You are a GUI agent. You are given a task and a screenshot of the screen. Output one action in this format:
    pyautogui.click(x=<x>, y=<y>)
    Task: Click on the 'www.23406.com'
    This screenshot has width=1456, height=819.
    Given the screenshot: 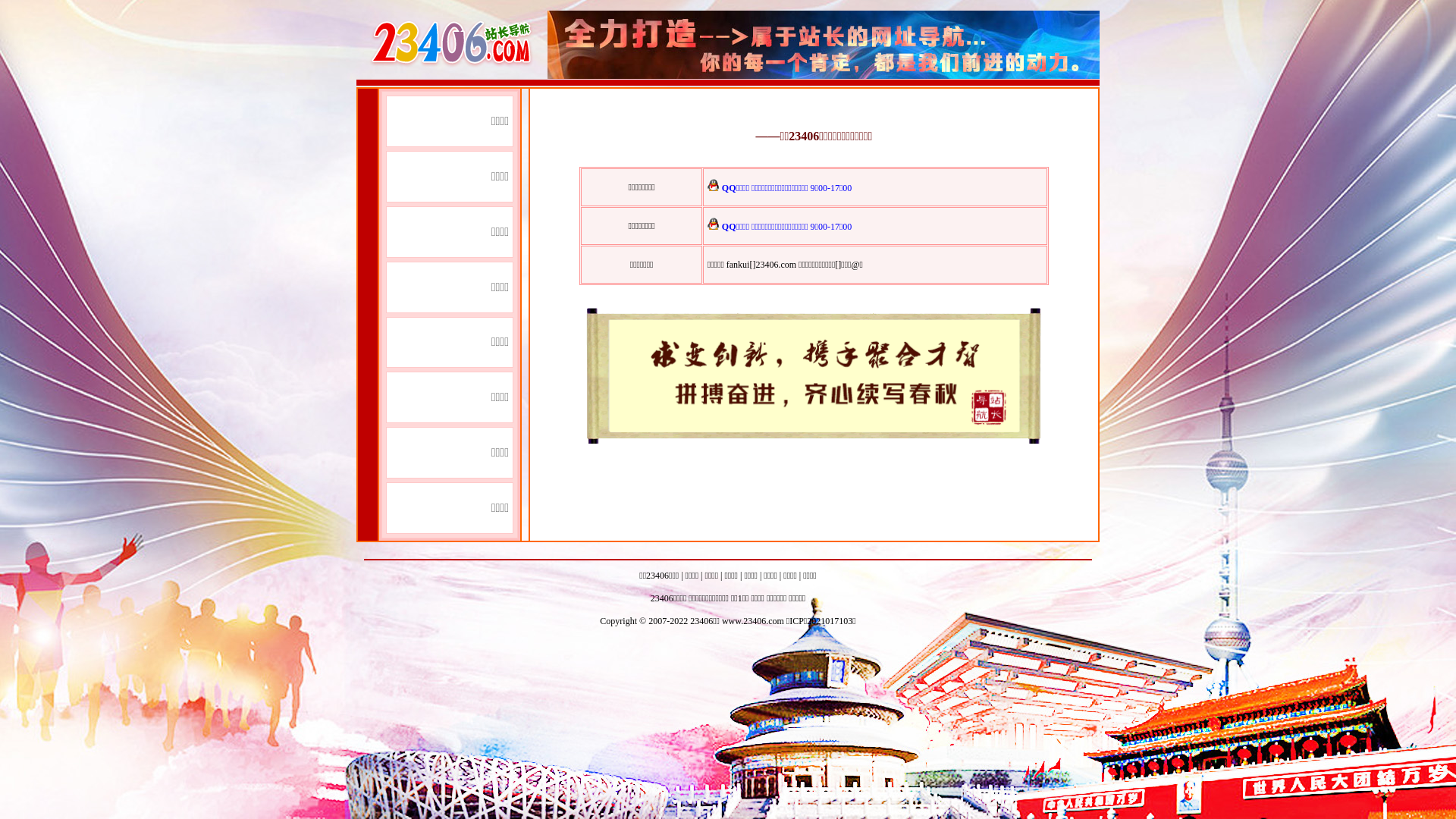 What is the action you would take?
    pyautogui.click(x=753, y=620)
    